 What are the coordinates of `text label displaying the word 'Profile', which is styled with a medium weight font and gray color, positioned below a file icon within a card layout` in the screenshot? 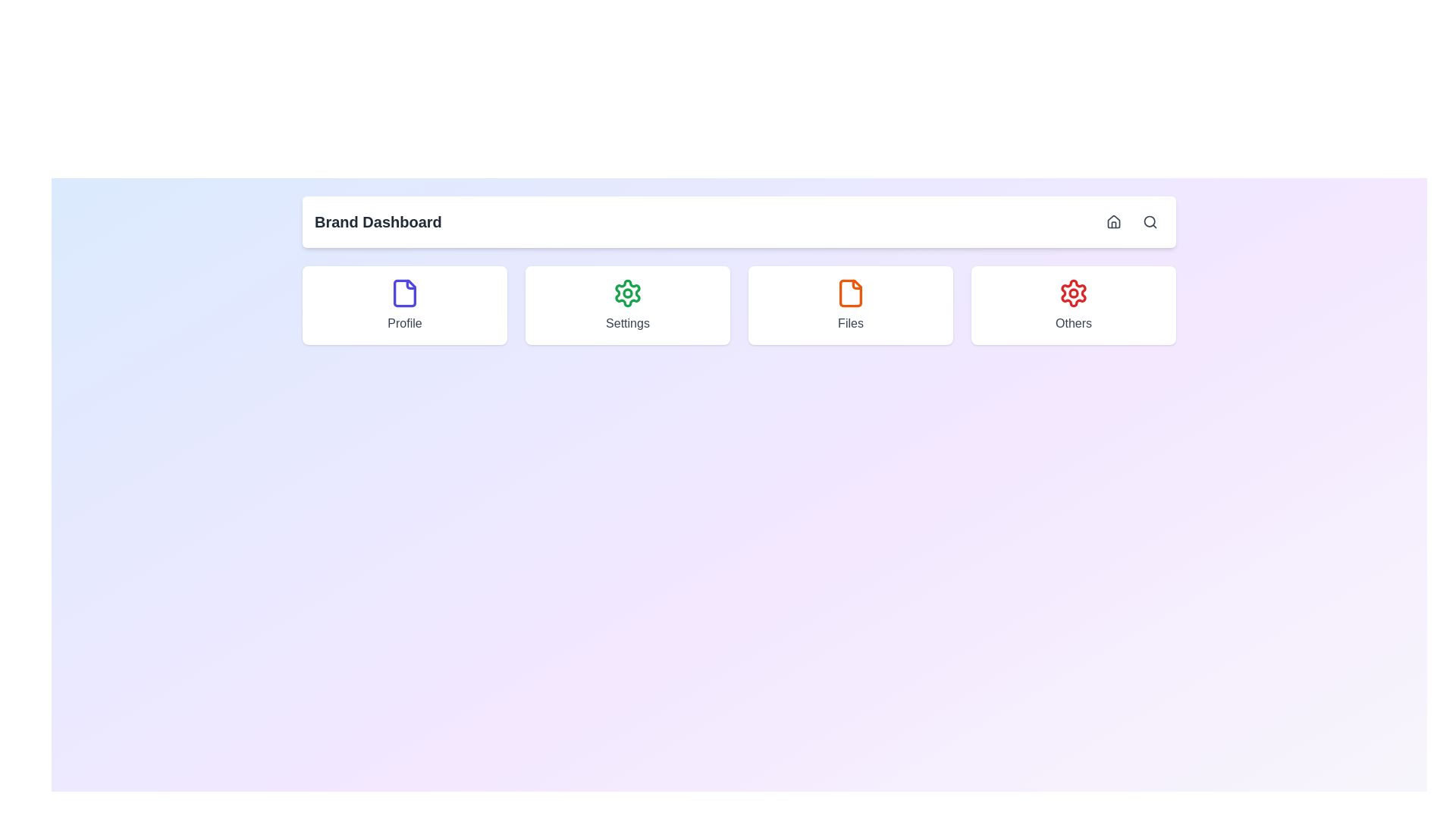 It's located at (404, 323).